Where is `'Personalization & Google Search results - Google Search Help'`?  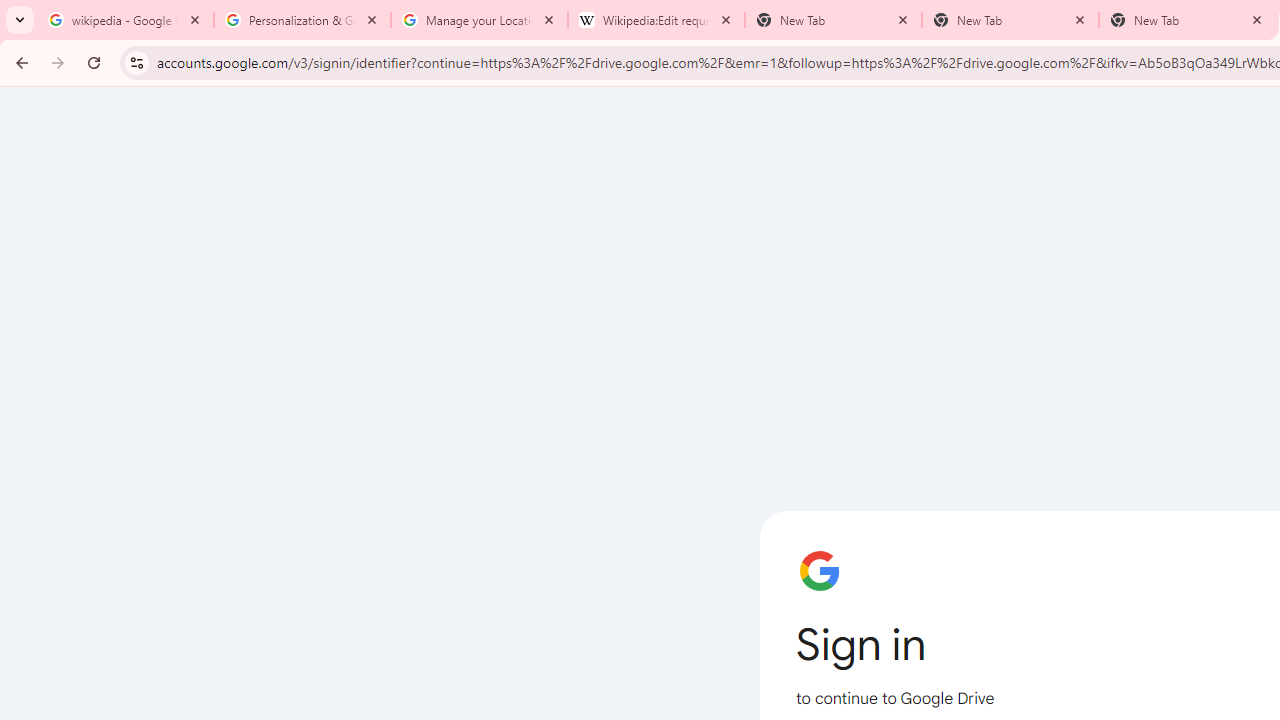 'Personalization & Google Search results - Google Search Help' is located at coordinates (301, 20).